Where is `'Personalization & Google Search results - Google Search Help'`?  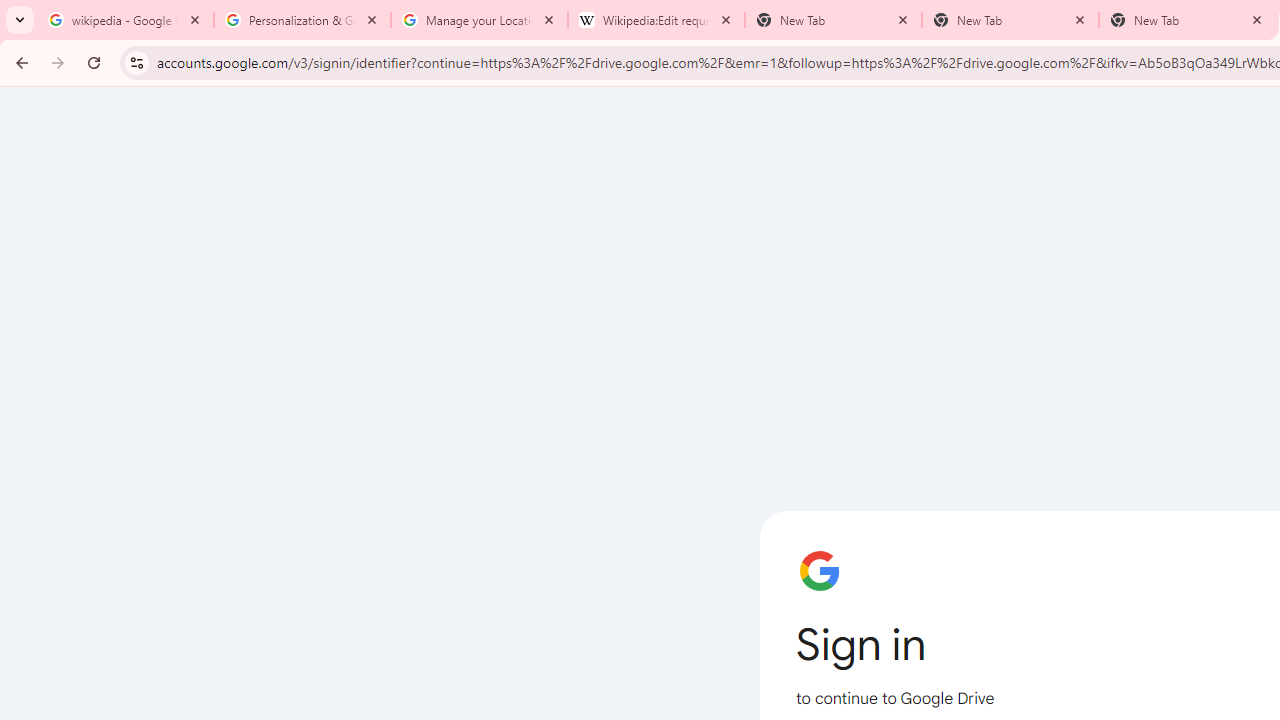 'Personalization & Google Search results - Google Search Help' is located at coordinates (301, 20).